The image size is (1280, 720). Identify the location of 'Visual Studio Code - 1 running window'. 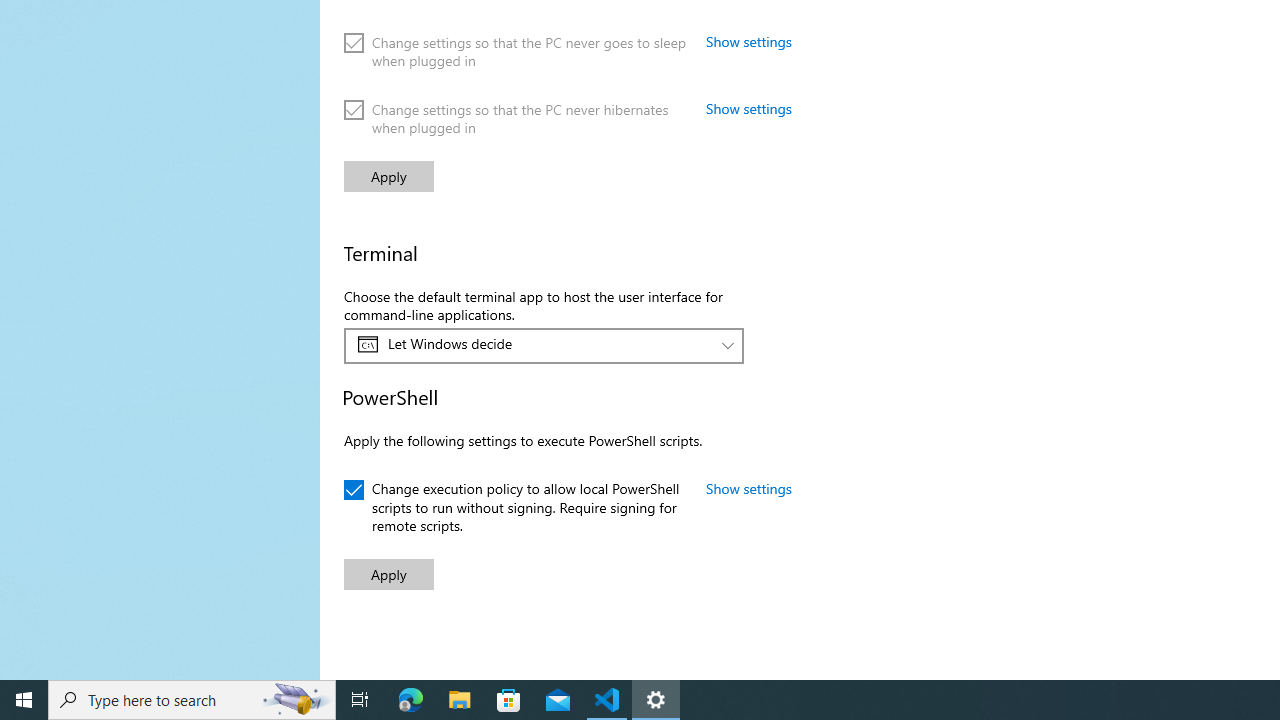
(606, 698).